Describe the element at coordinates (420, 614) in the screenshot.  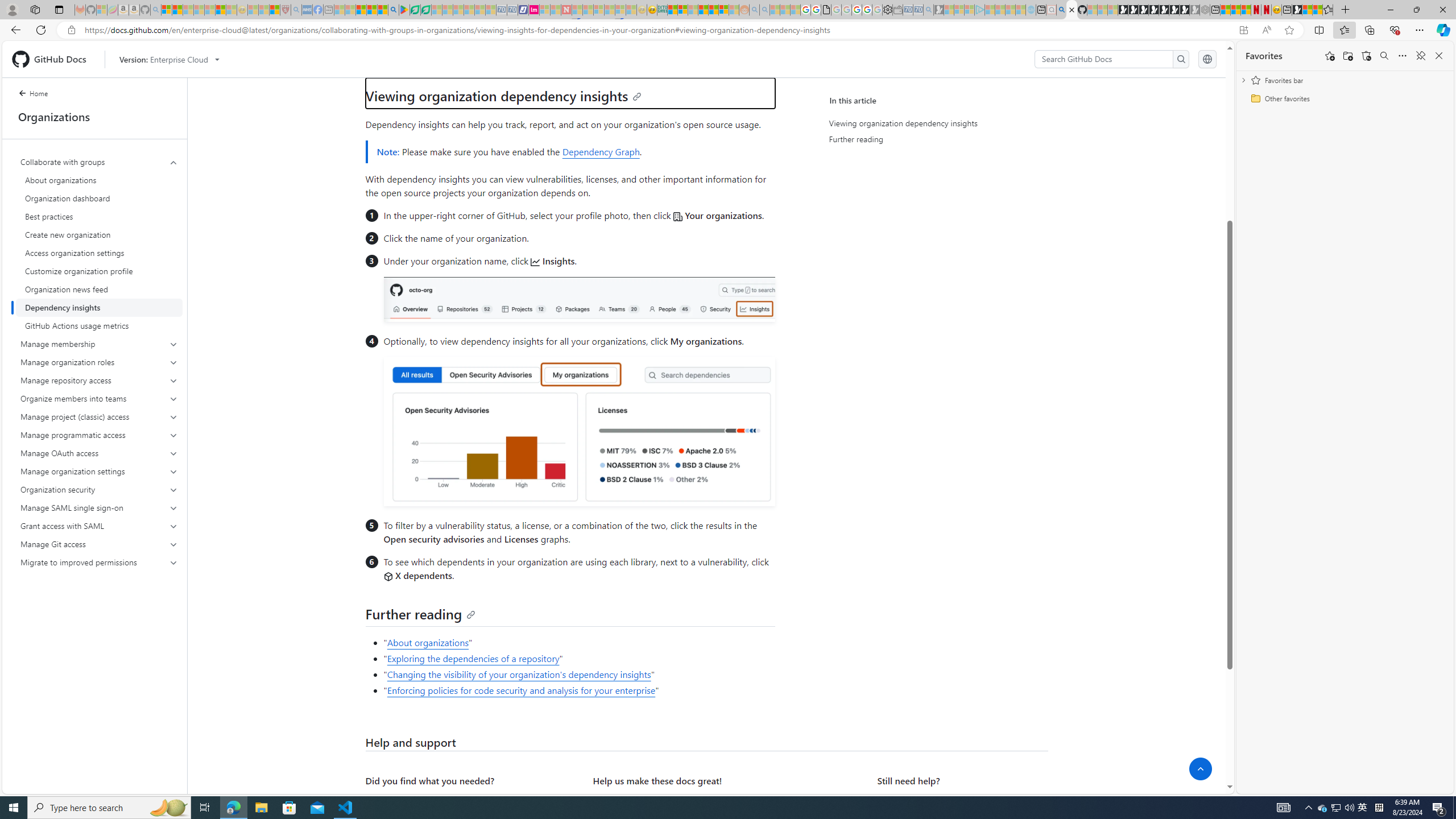
I see `'Further reading'` at that location.